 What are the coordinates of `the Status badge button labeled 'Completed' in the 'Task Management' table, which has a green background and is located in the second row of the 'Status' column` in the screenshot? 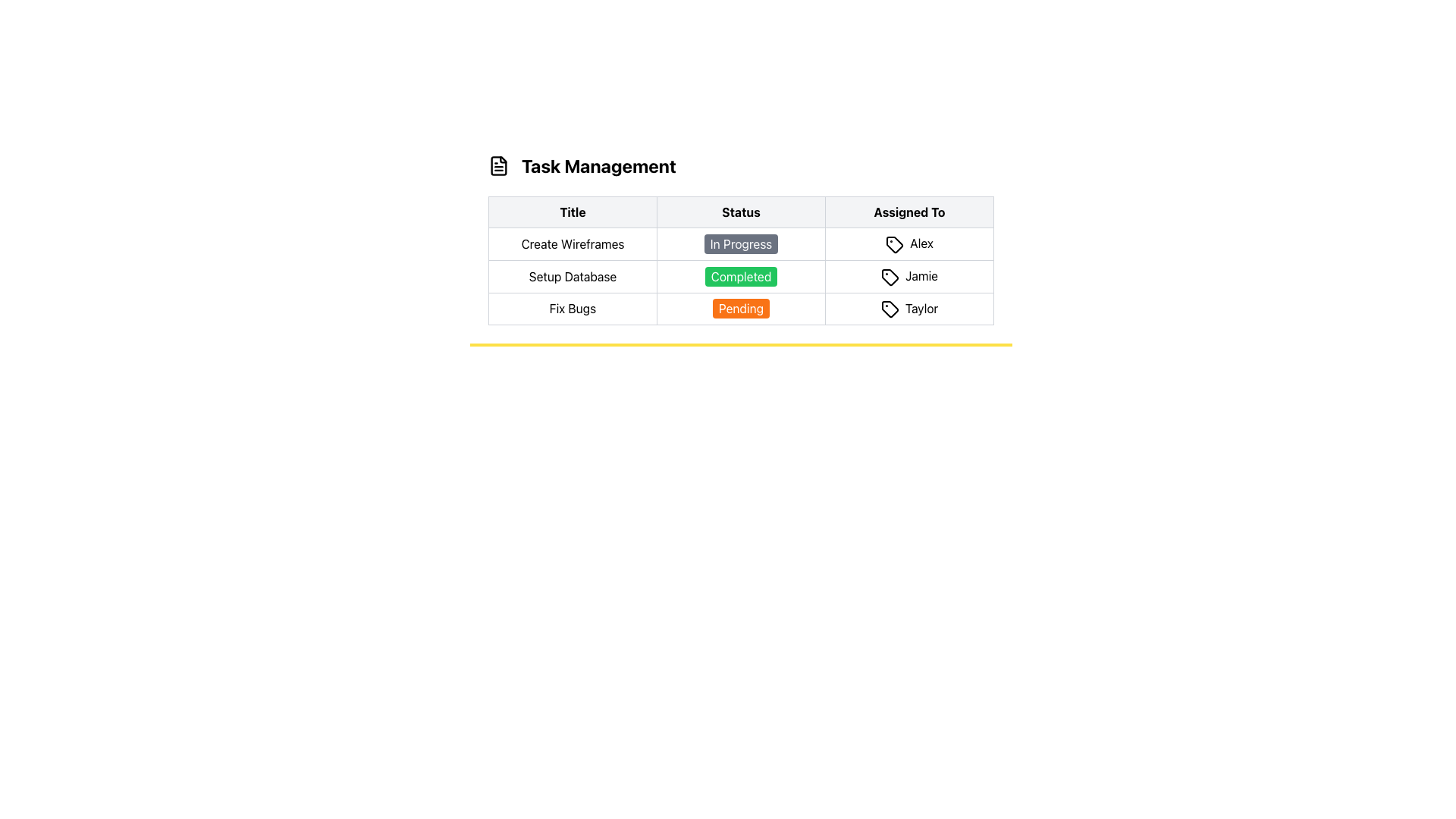 It's located at (741, 276).